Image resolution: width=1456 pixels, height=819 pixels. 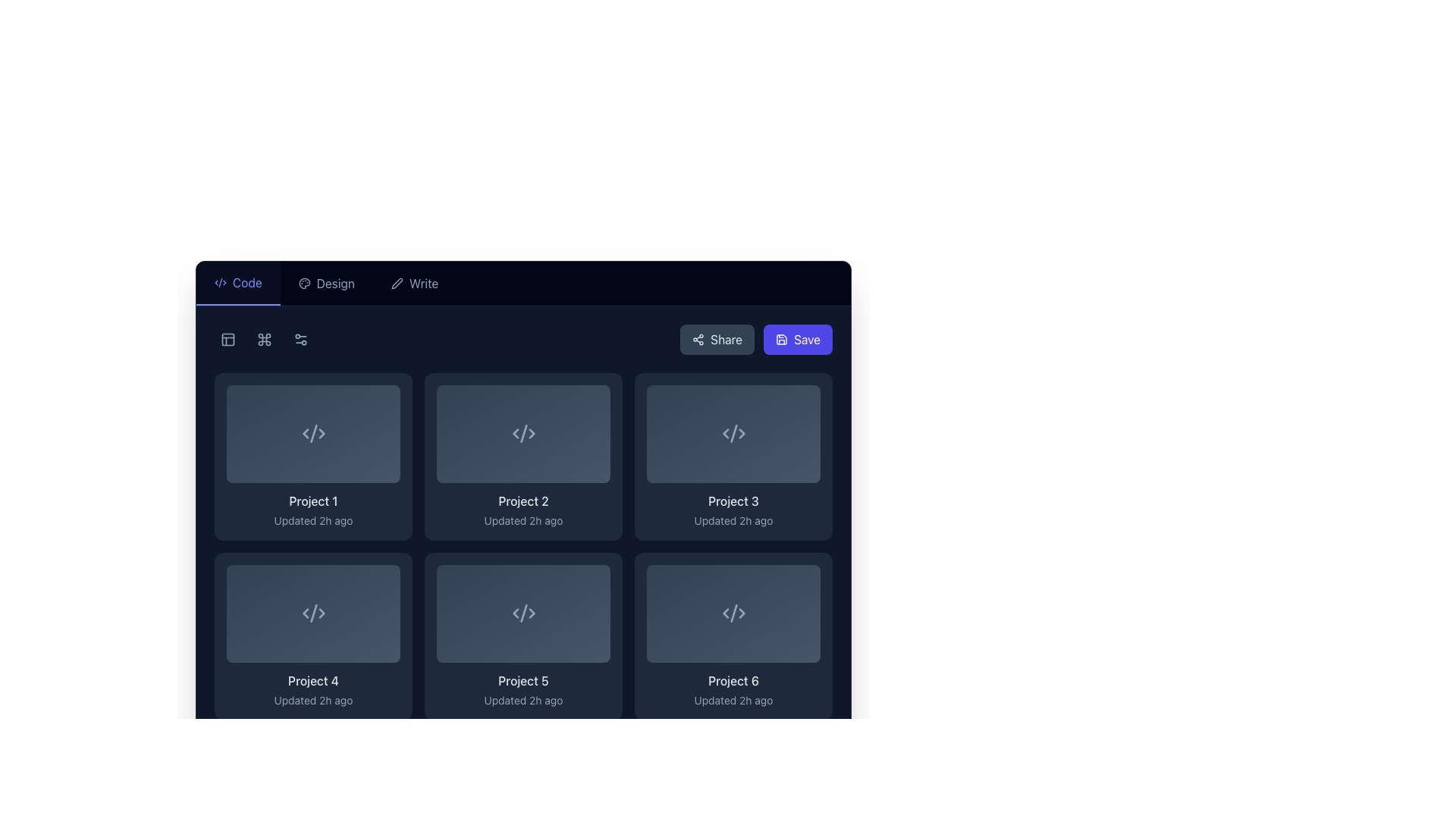 I want to click on the small square button with an icon located at the upper-right corner of the 'Project 3' card, so click(x=817, y=388).